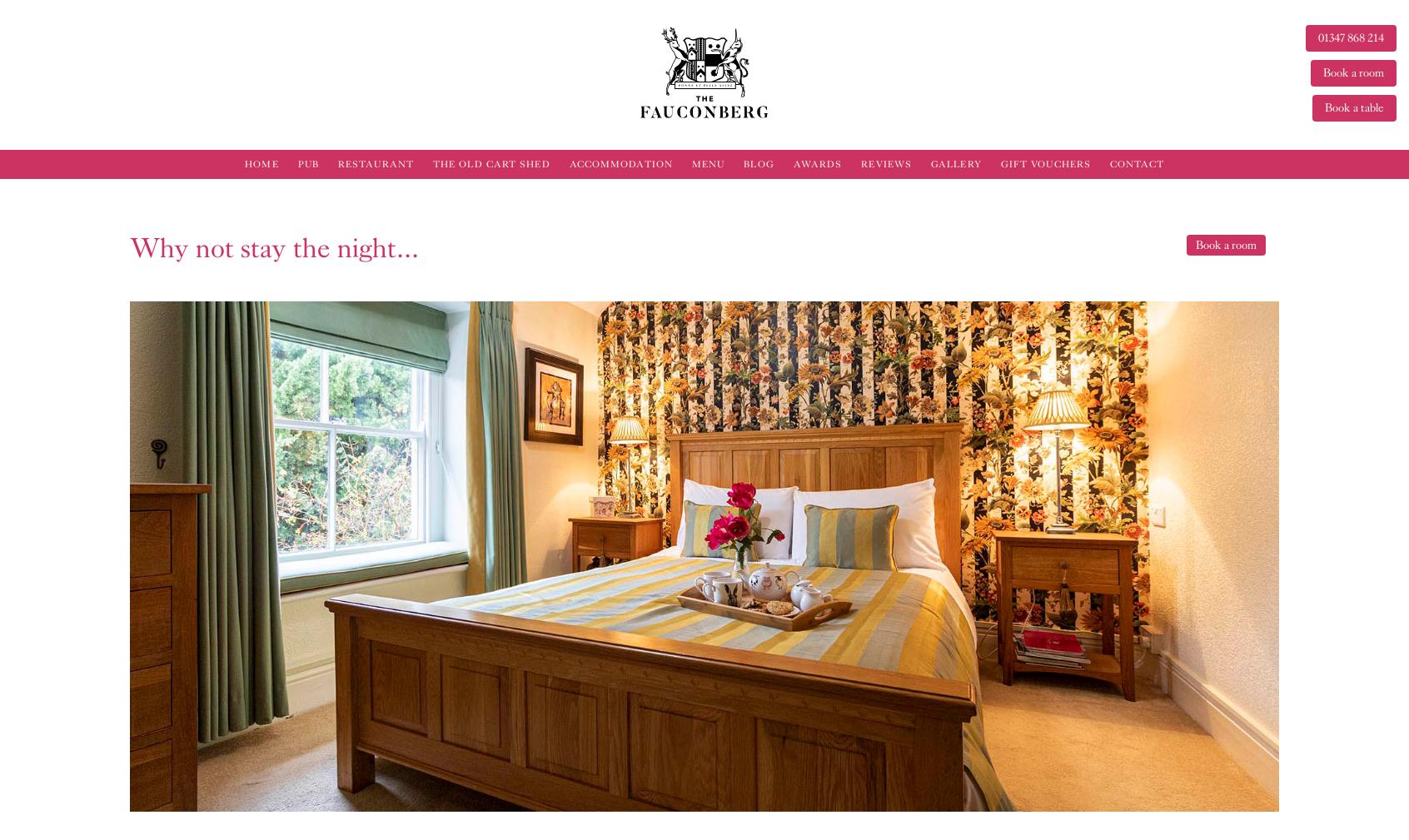  I want to click on 'Reviews', so click(886, 163).